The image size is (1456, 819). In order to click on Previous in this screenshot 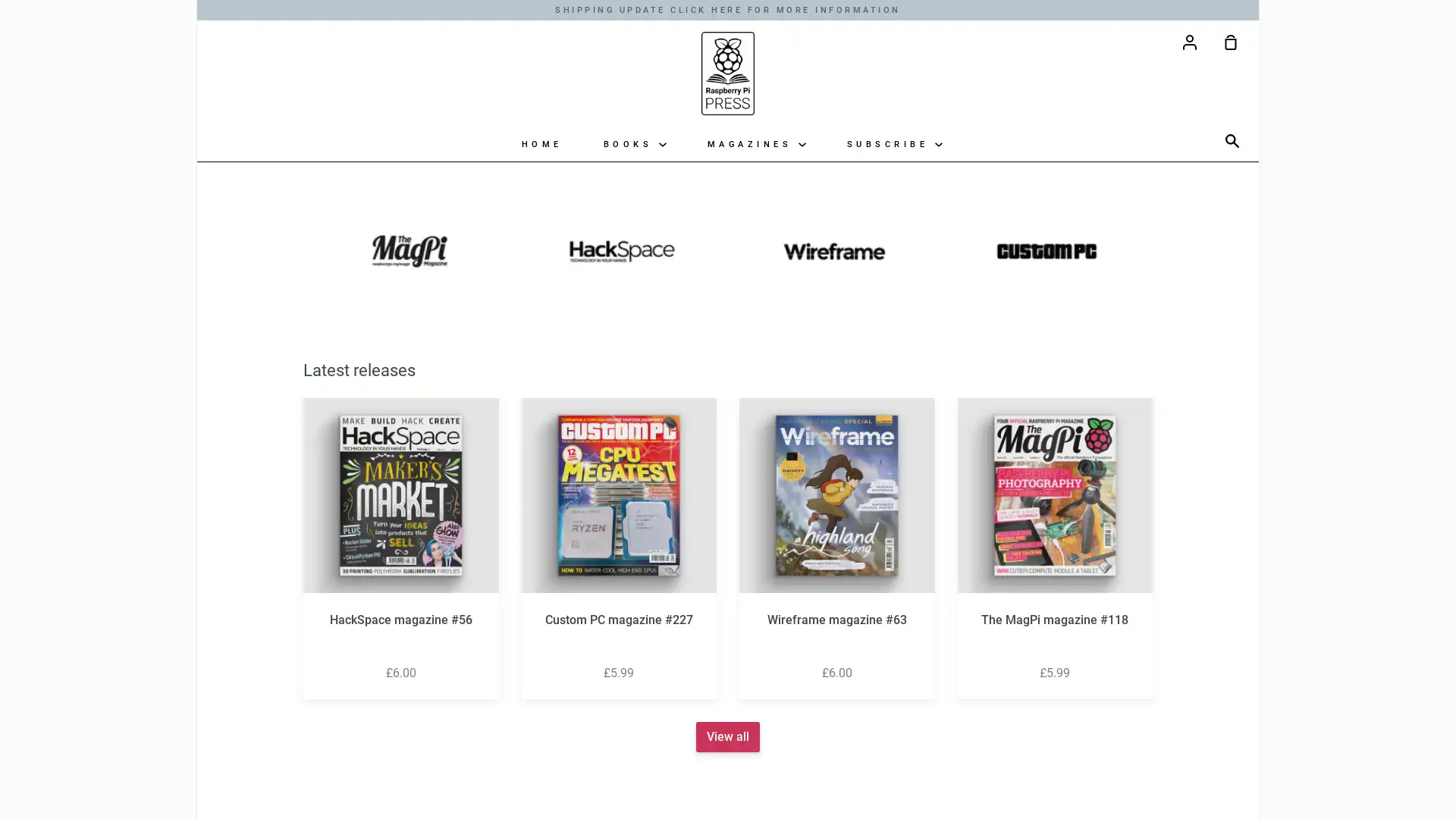, I will do `click(273, 542)`.